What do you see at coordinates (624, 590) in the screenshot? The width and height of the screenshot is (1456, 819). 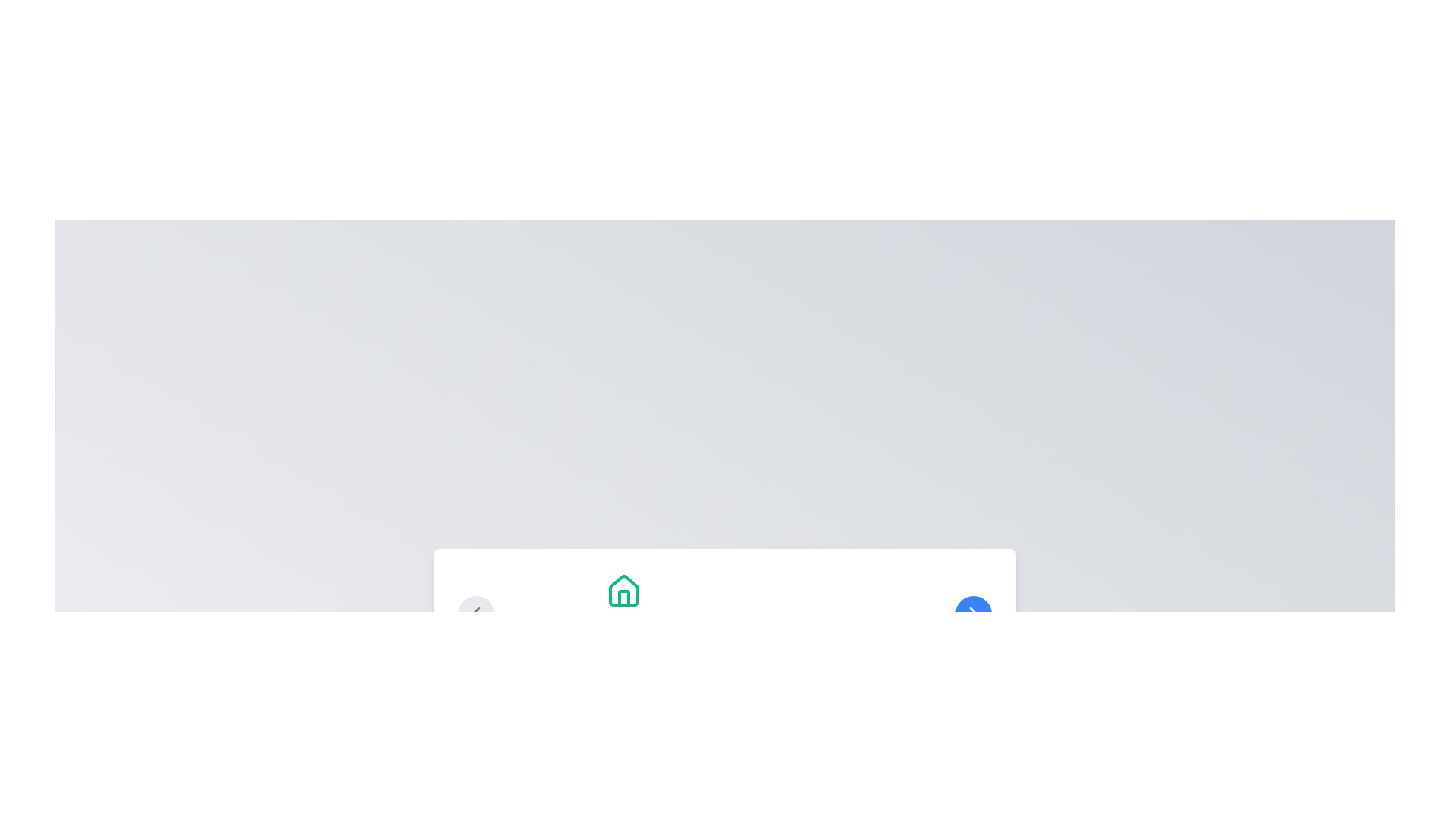 I see `the green house icon located above the 'Welcome Home' heading` at bounding box center [624, 590].